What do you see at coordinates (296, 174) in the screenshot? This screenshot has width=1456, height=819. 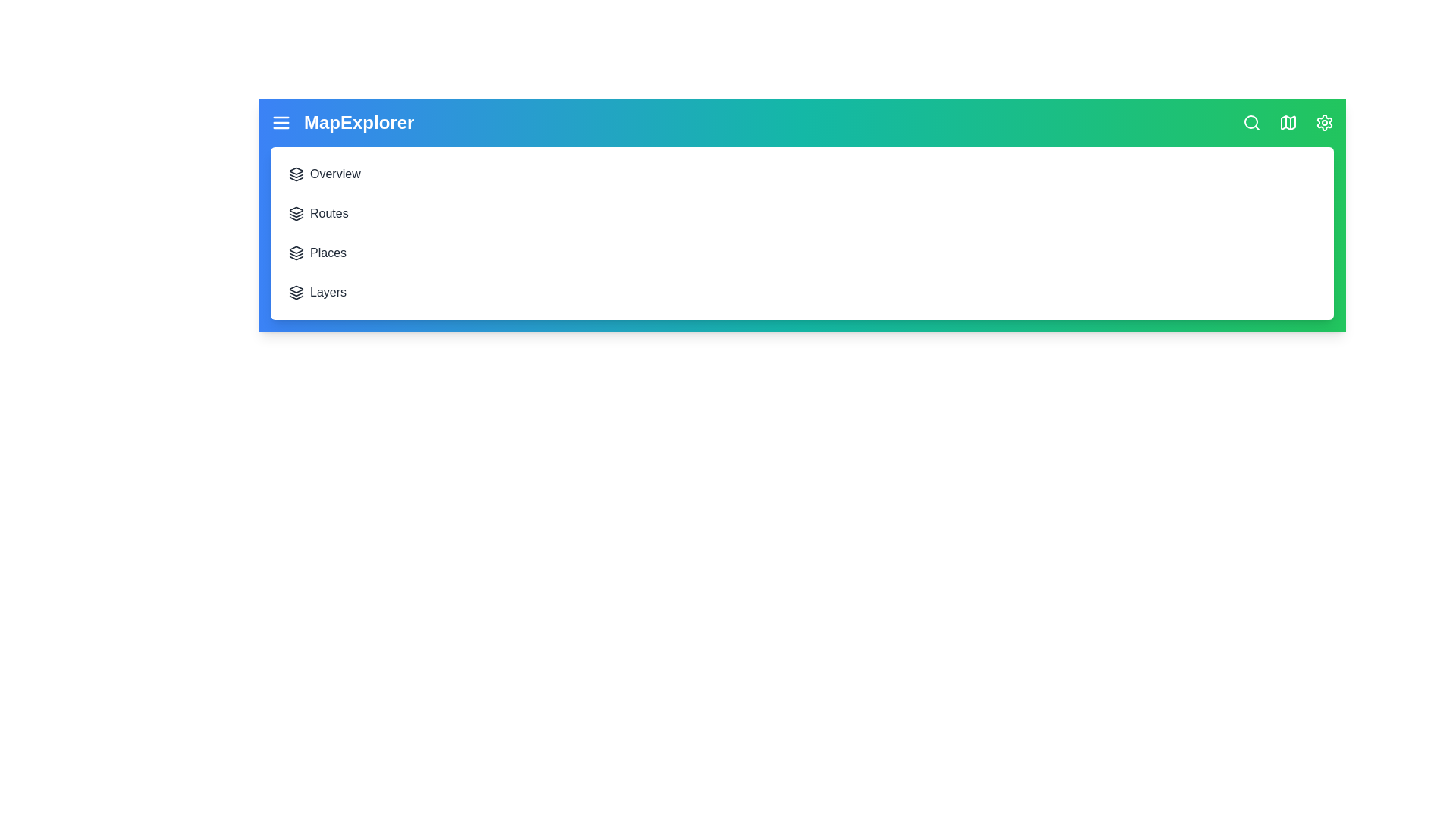 I see `the menu item Overview to navigate to the corresponding section` at bounding box center [296, 174].